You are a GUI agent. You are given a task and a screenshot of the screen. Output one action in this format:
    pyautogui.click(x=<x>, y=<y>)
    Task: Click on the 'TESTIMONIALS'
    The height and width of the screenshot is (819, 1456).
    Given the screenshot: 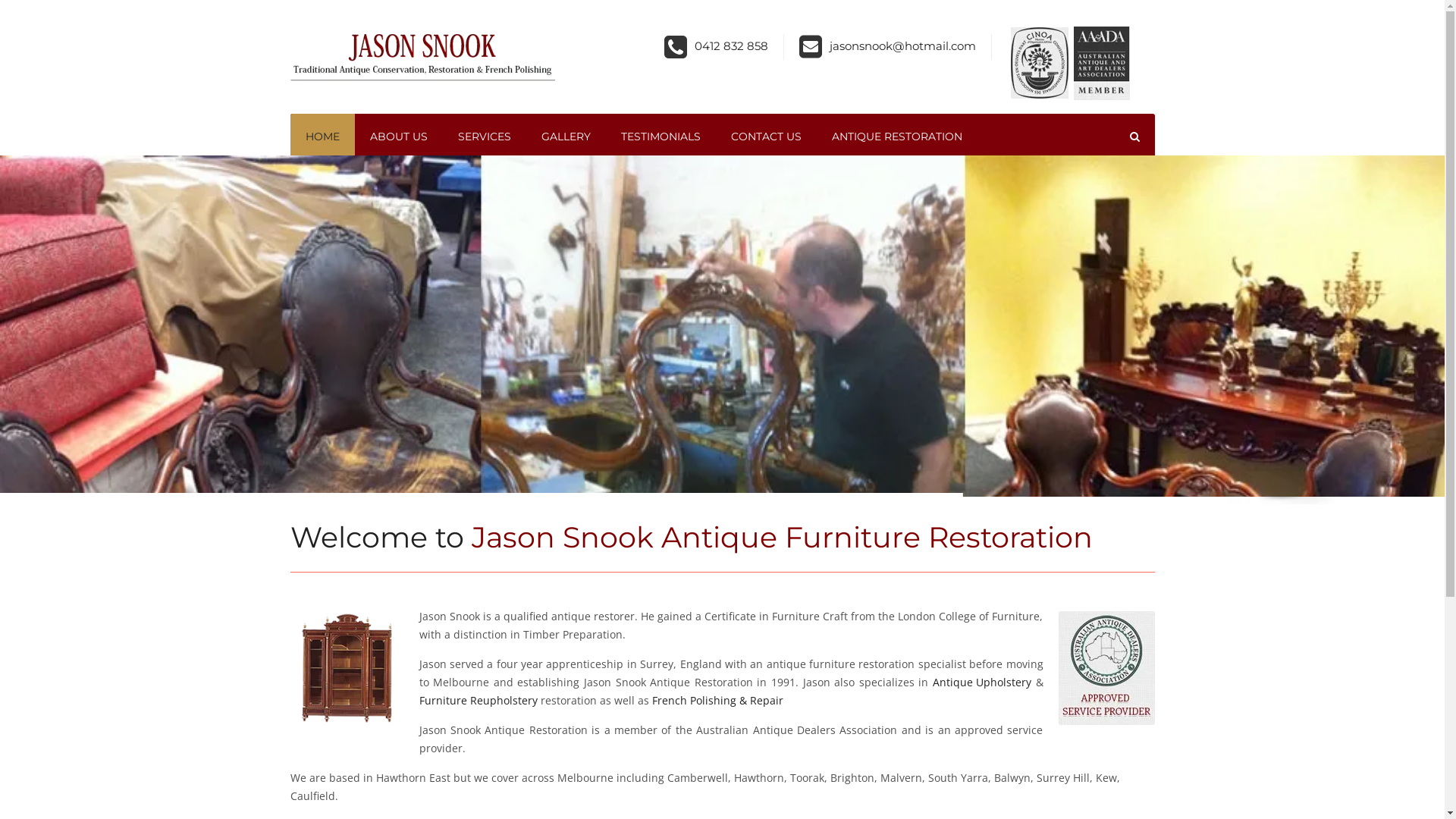 What is the action you would take?
    pyautogui.click(x=660, y=136)
    